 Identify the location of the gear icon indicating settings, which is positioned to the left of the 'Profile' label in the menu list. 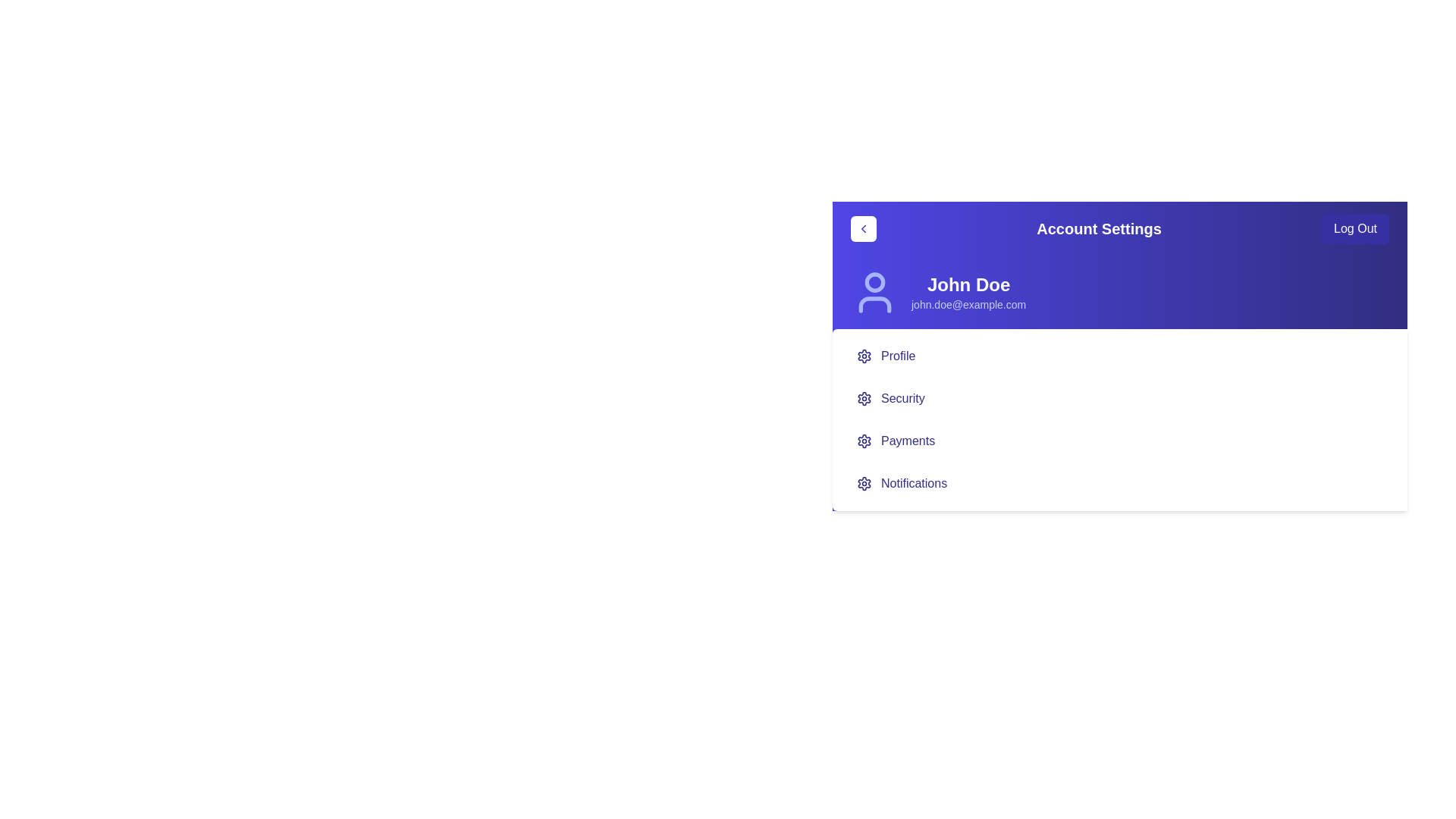
(864, 356).